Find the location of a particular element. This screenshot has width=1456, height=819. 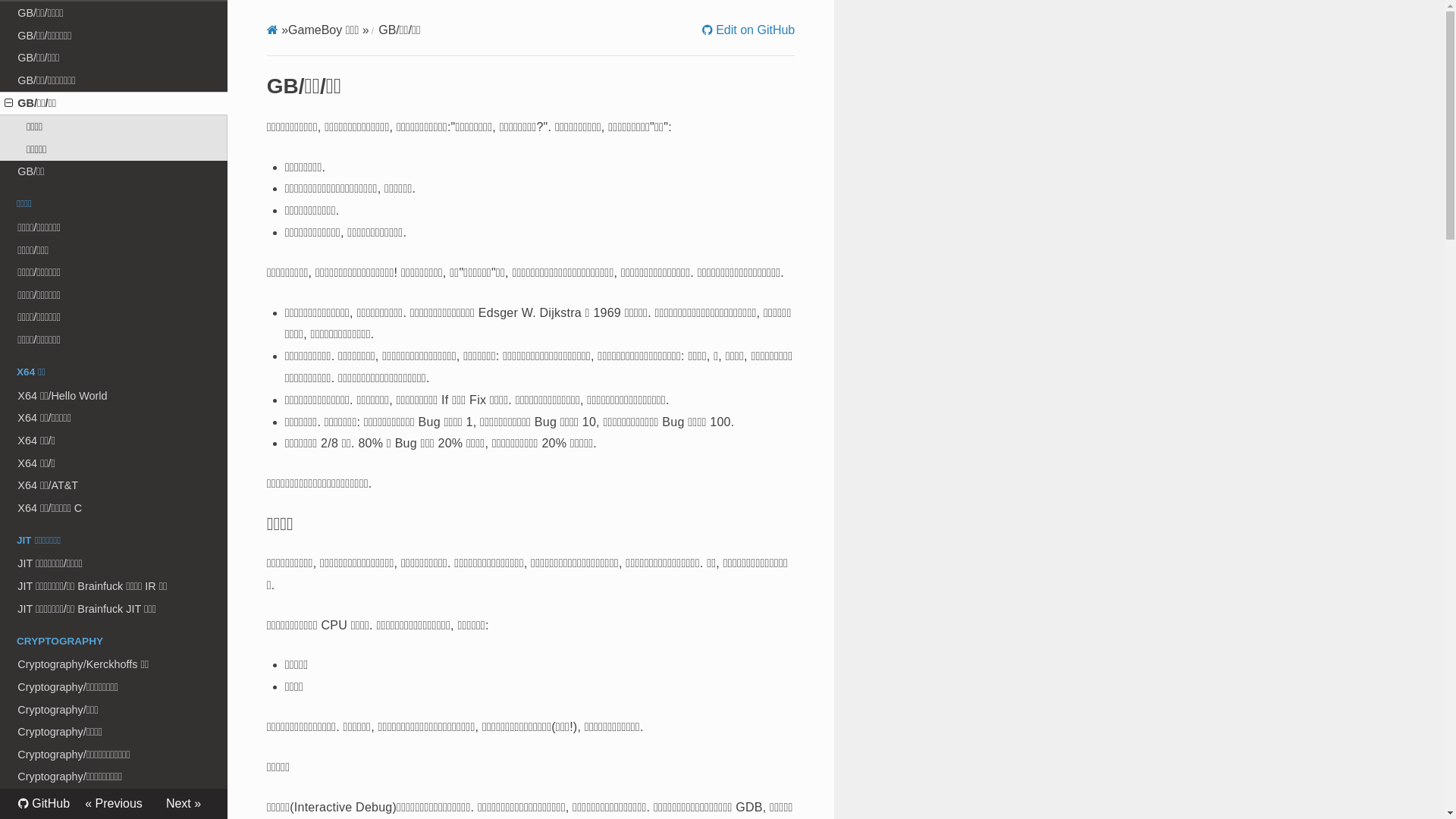

'GitHub' is located at coordinates (43, 802).